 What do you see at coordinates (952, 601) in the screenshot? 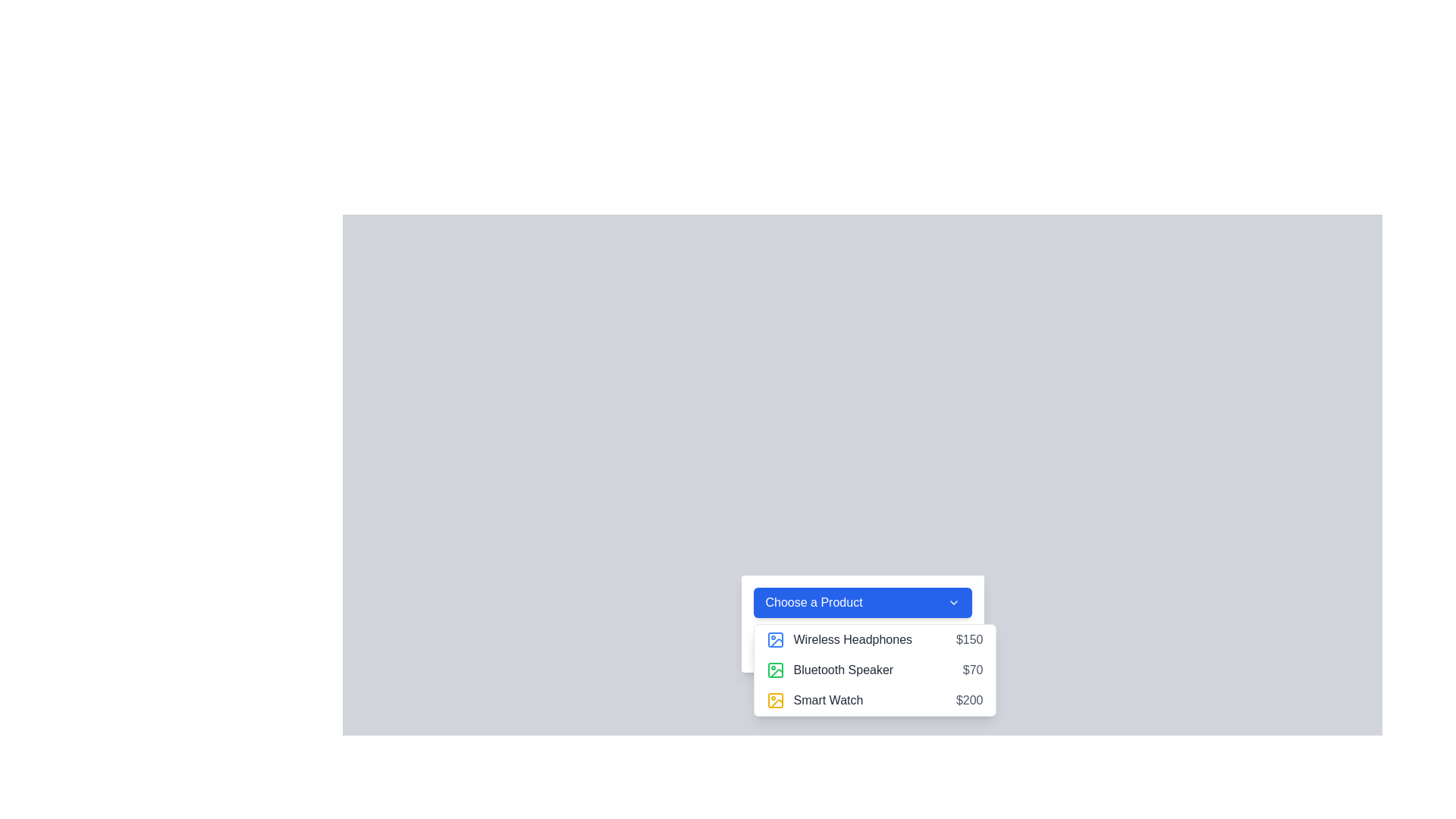
I see `the dropdown menu toggle icon located inside the 'Choose a Product' button` at bounding box center [952, 601].